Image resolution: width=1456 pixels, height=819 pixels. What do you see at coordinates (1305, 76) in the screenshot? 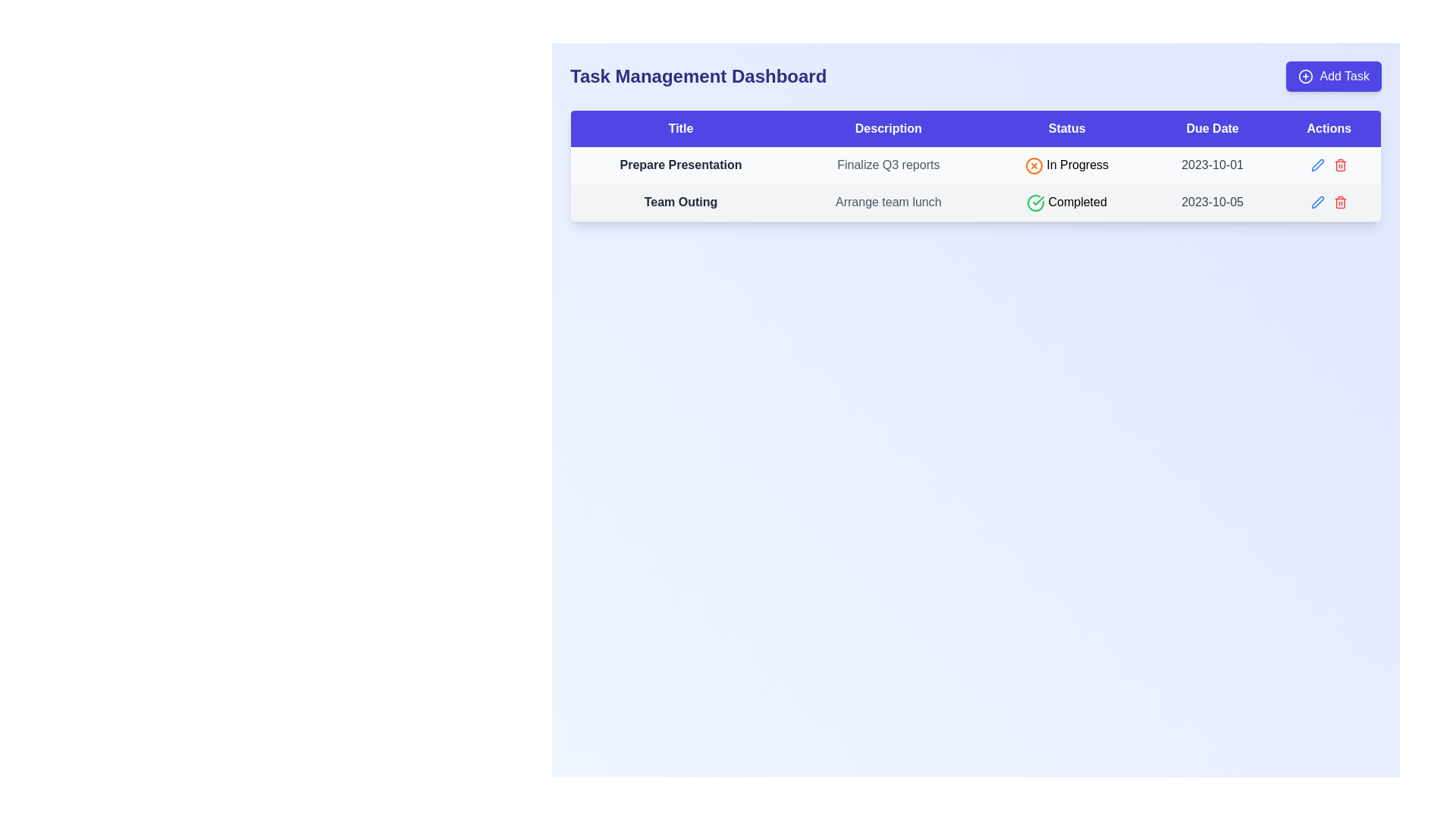
I see `the circular icon with a plus sign inside, located at the top right of the interface within the 'Add Task' button` at bounding box center [1305, 76].